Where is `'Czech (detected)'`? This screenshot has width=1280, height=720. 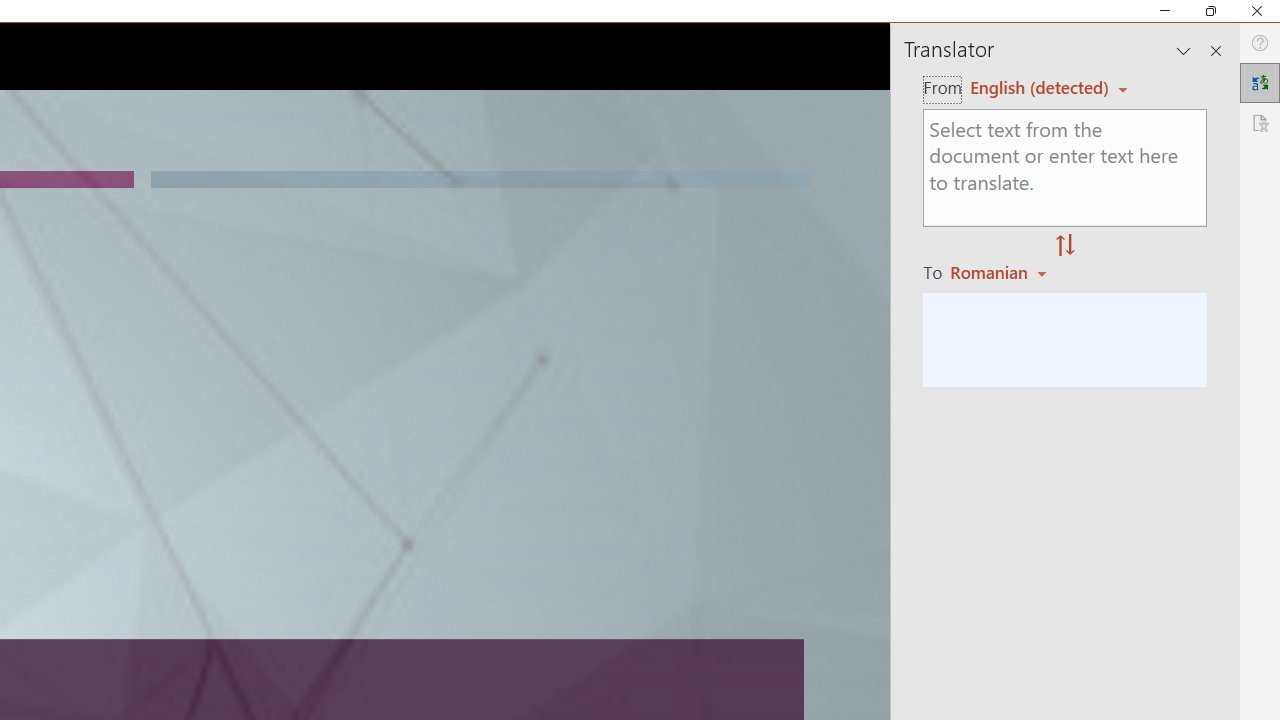 'Czech (detected)' is located at coordinates (1040, 86).